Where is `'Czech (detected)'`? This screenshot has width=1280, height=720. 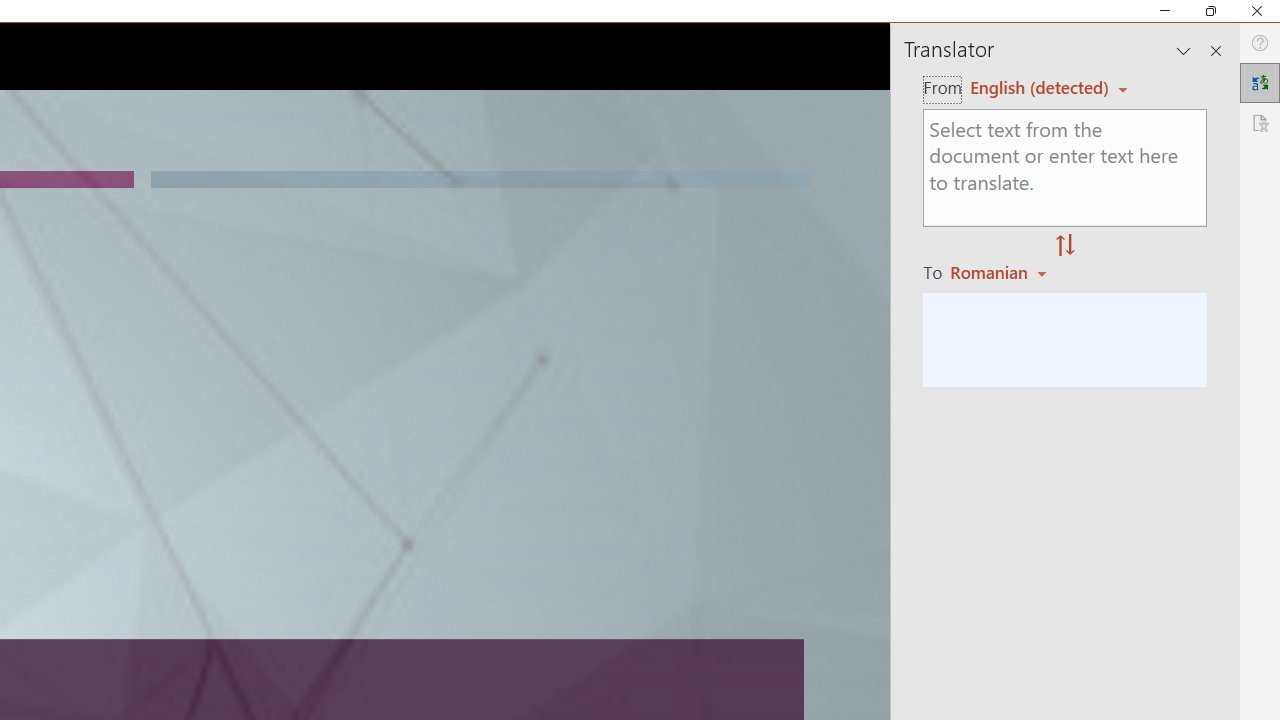 'Czech (detected)' is located at coordinates (1040, 86).